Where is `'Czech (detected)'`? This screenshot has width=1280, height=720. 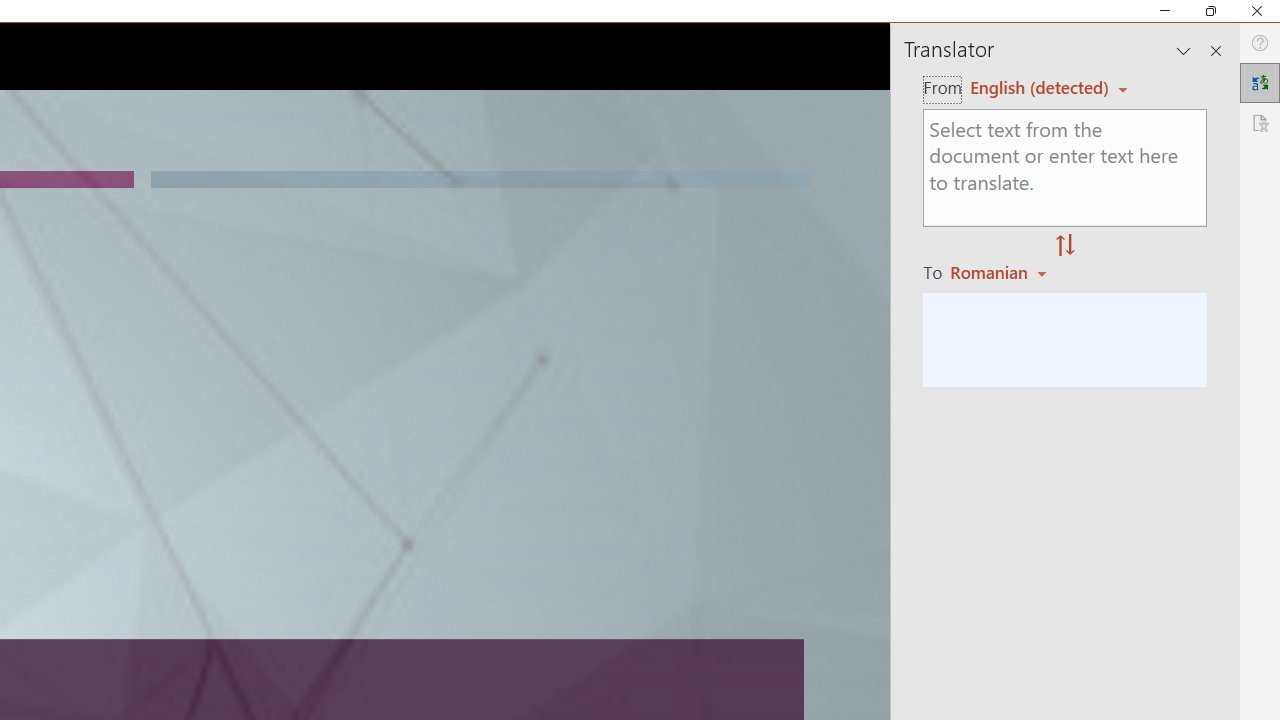 'Czech (detected)' is located at coordinates (1040, 86).